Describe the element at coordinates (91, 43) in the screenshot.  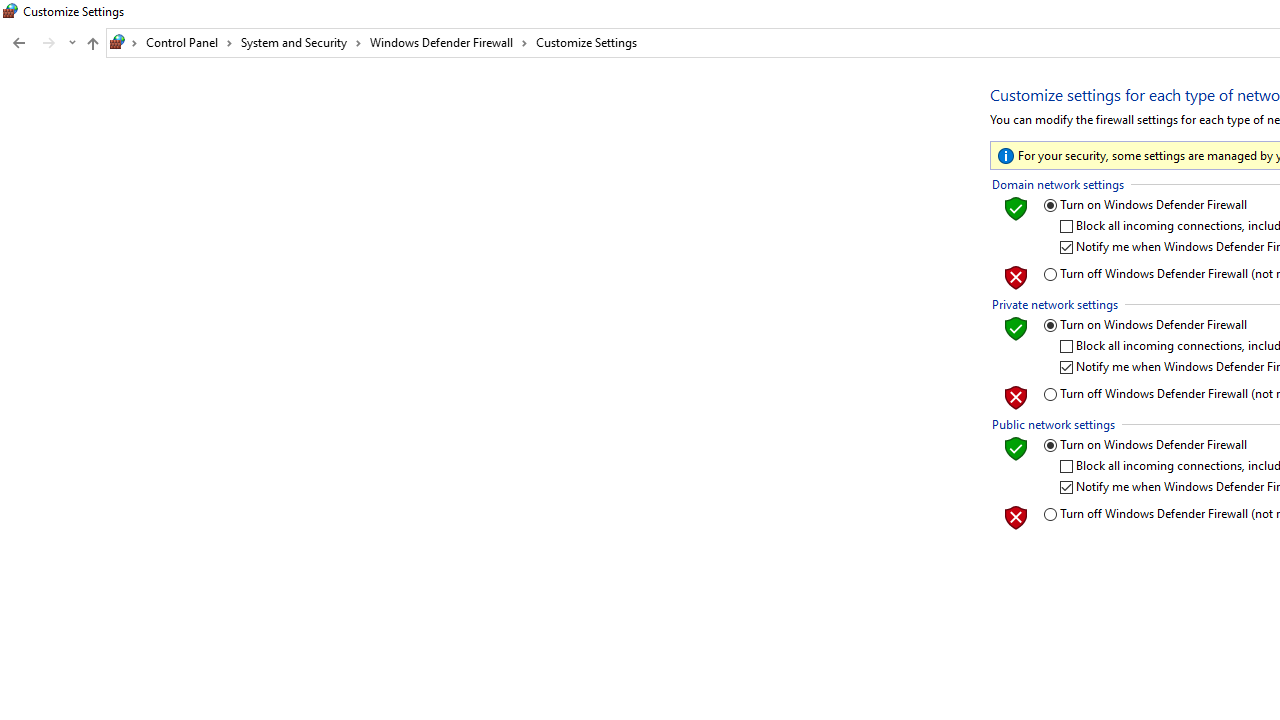
I see `'Up to "Windows Defender Firewall" (Alt + Up Arrow)'` at that location.